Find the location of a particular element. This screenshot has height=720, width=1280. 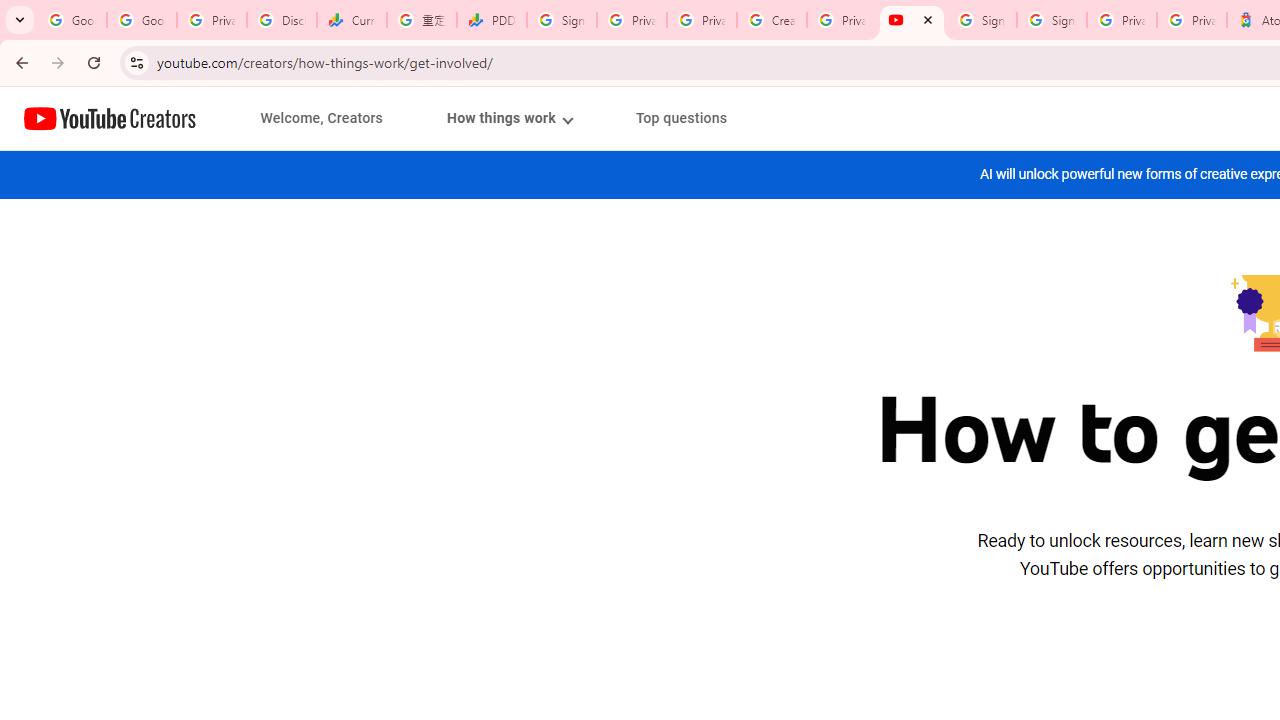

'Home page' is located at coordinates (109, 118).